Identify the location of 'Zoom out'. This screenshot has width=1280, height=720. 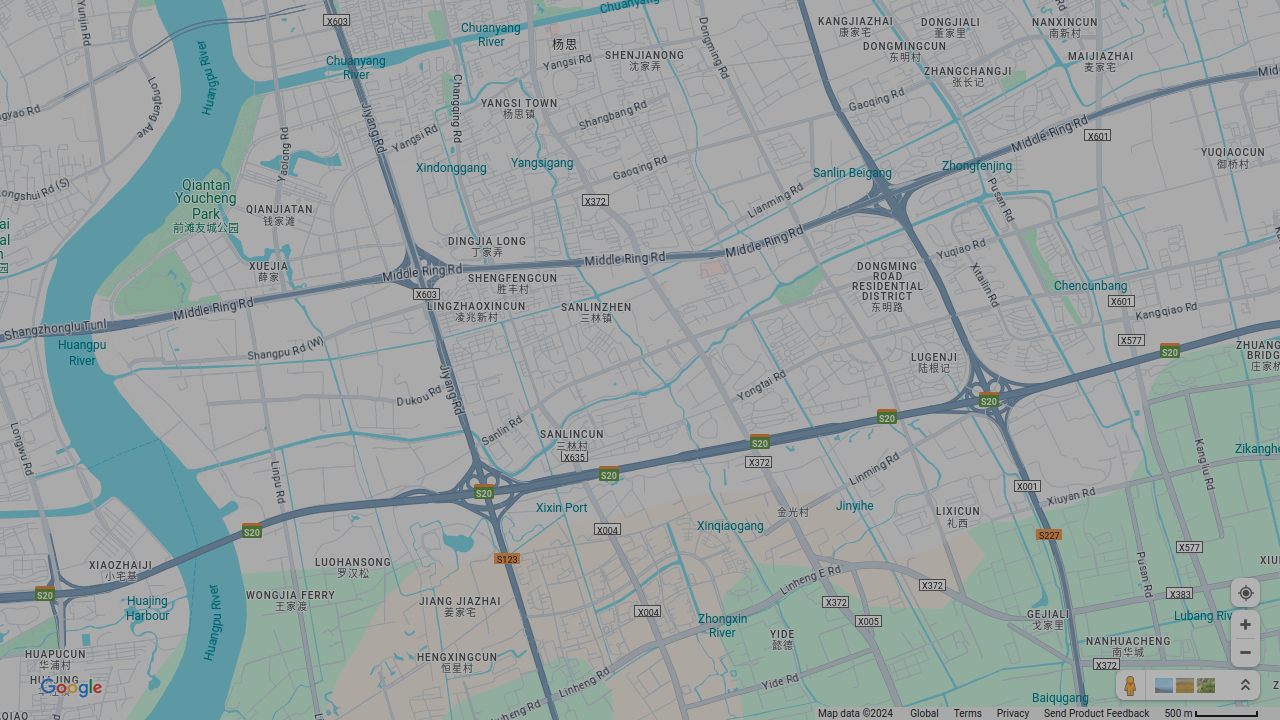
(1244, 652).